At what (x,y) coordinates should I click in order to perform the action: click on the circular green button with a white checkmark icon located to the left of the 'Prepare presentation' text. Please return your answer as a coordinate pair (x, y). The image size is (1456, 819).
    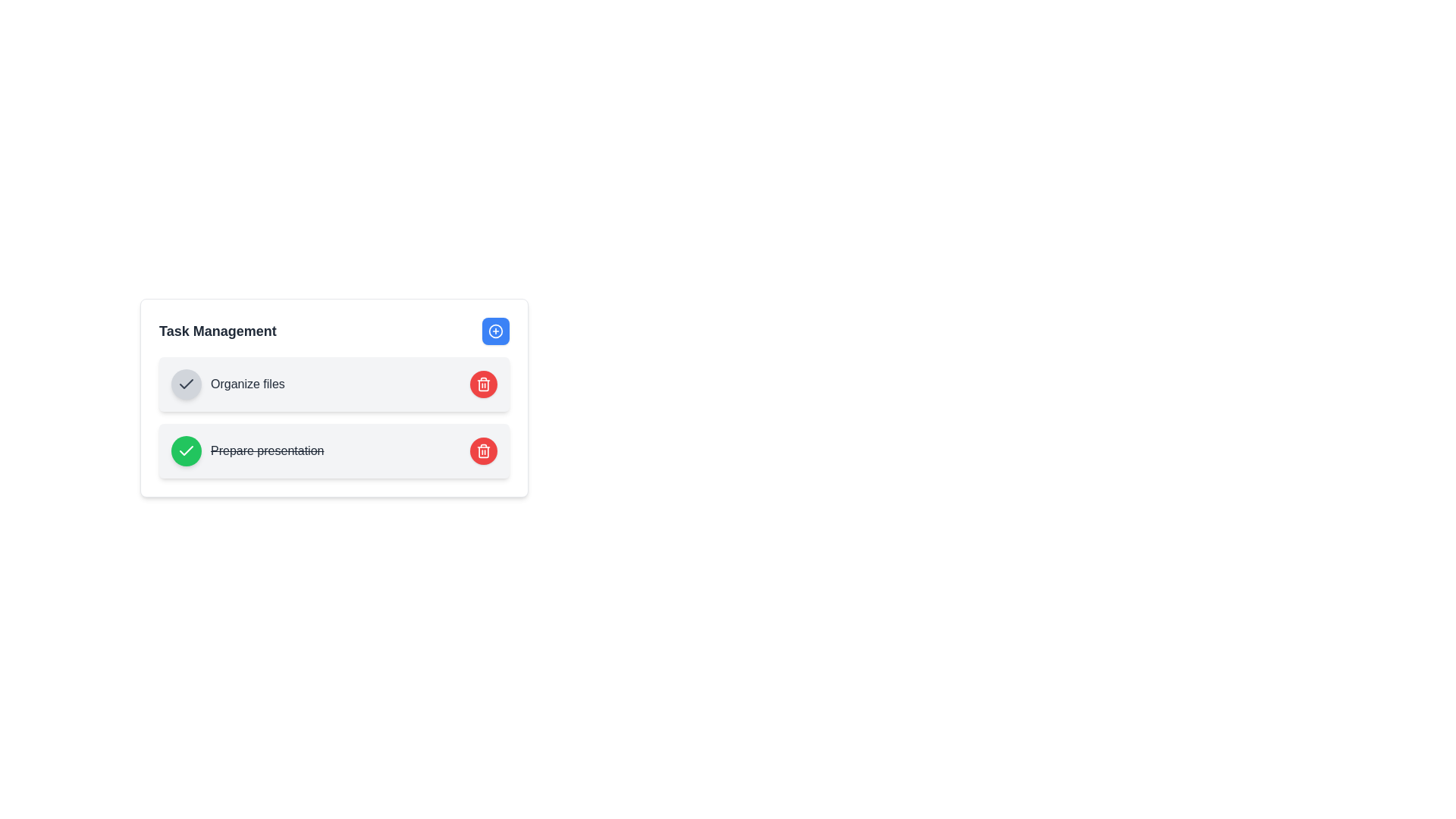
    Looking at the image, I should click on (185, 450).